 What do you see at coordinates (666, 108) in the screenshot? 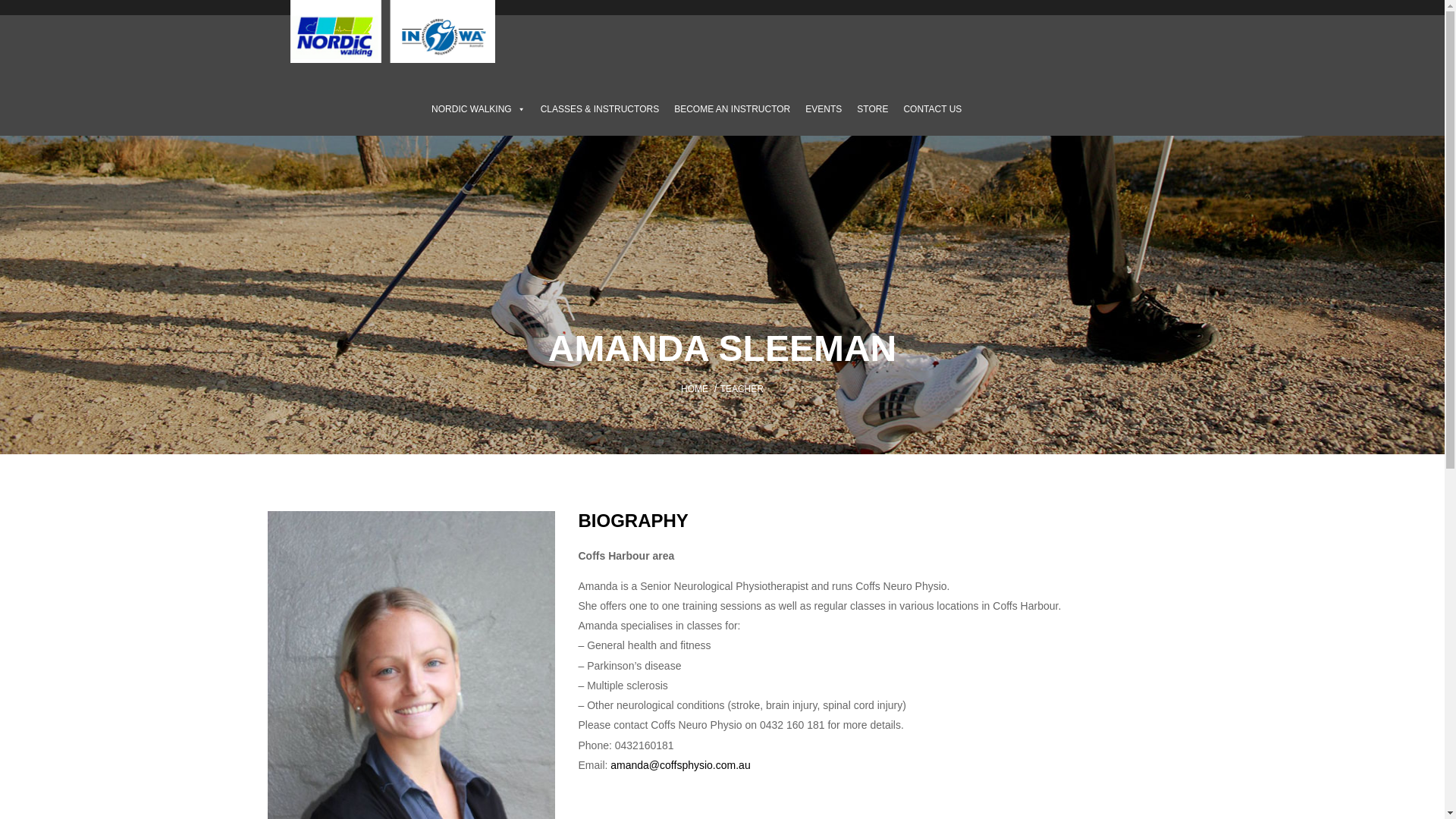
I see `'BECOME AN INSTRUCTOR'` at bounding box center [666, 108].